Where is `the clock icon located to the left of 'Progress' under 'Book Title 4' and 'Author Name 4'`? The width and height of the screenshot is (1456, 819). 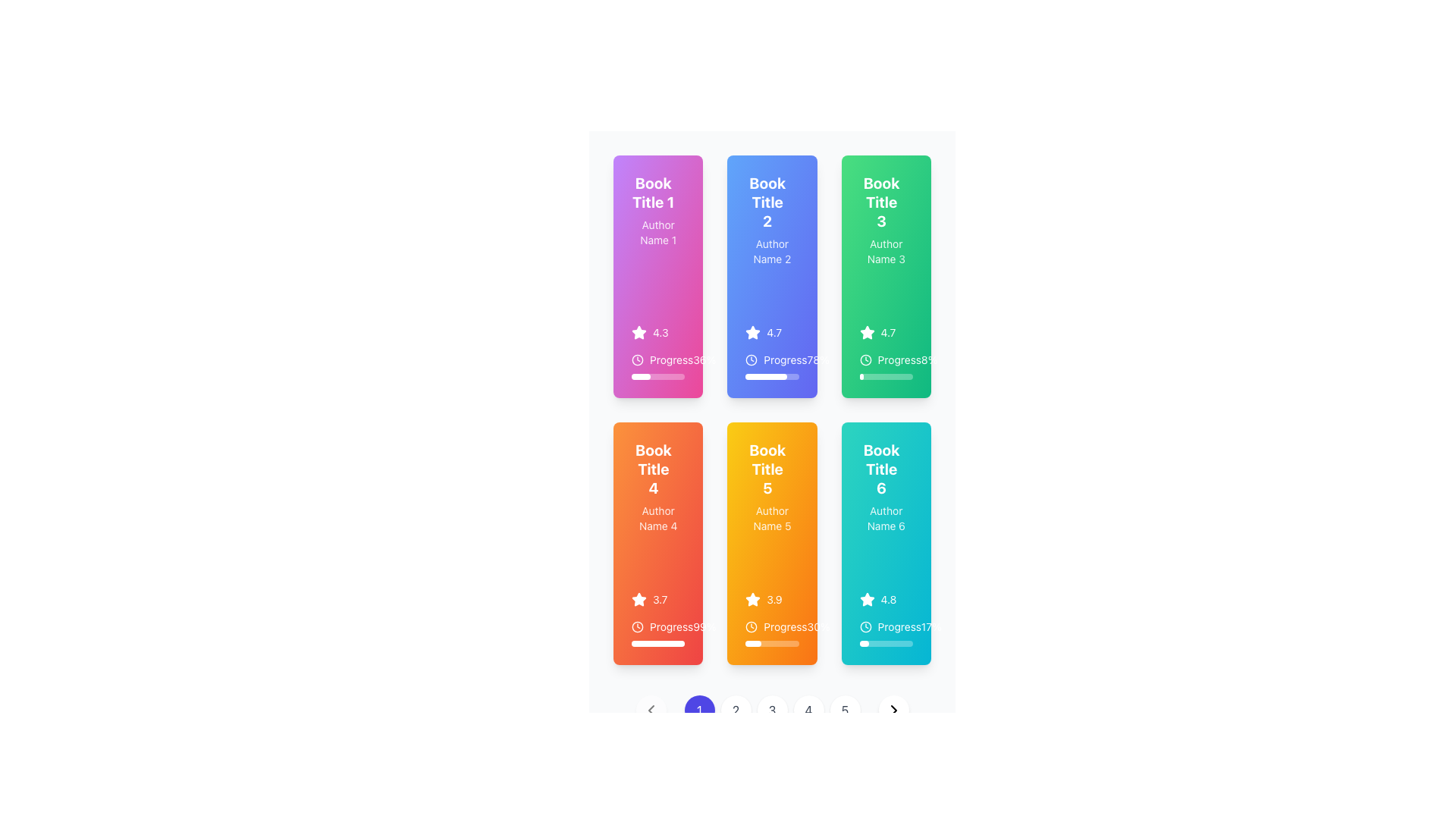
the clock icon located to the left of 'Progress' under 'Book Title 4' and 'Author Name 4' is located at coordinates (637, 626).